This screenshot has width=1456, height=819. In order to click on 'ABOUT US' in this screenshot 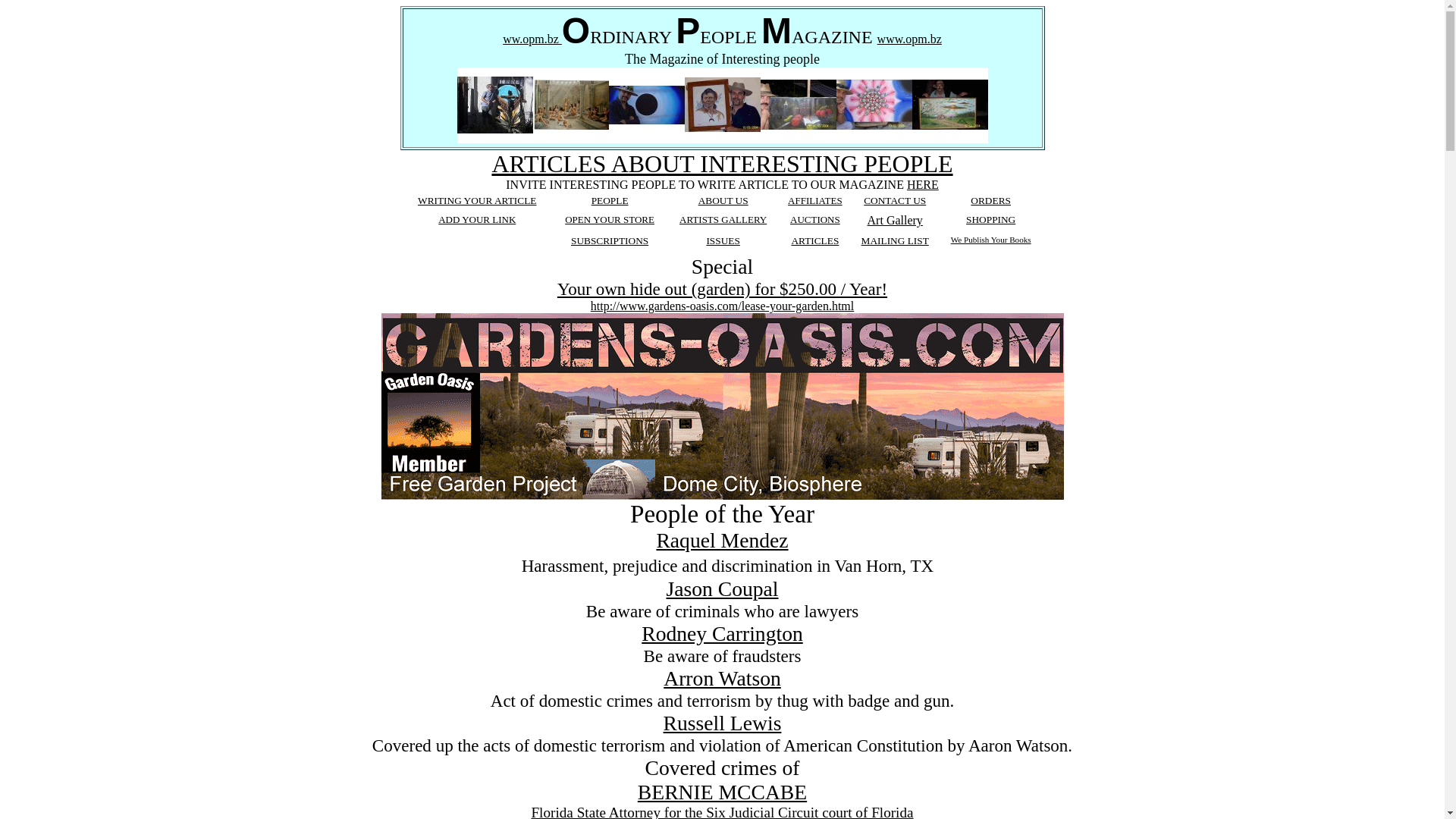, I will do `click(723, 199)`.